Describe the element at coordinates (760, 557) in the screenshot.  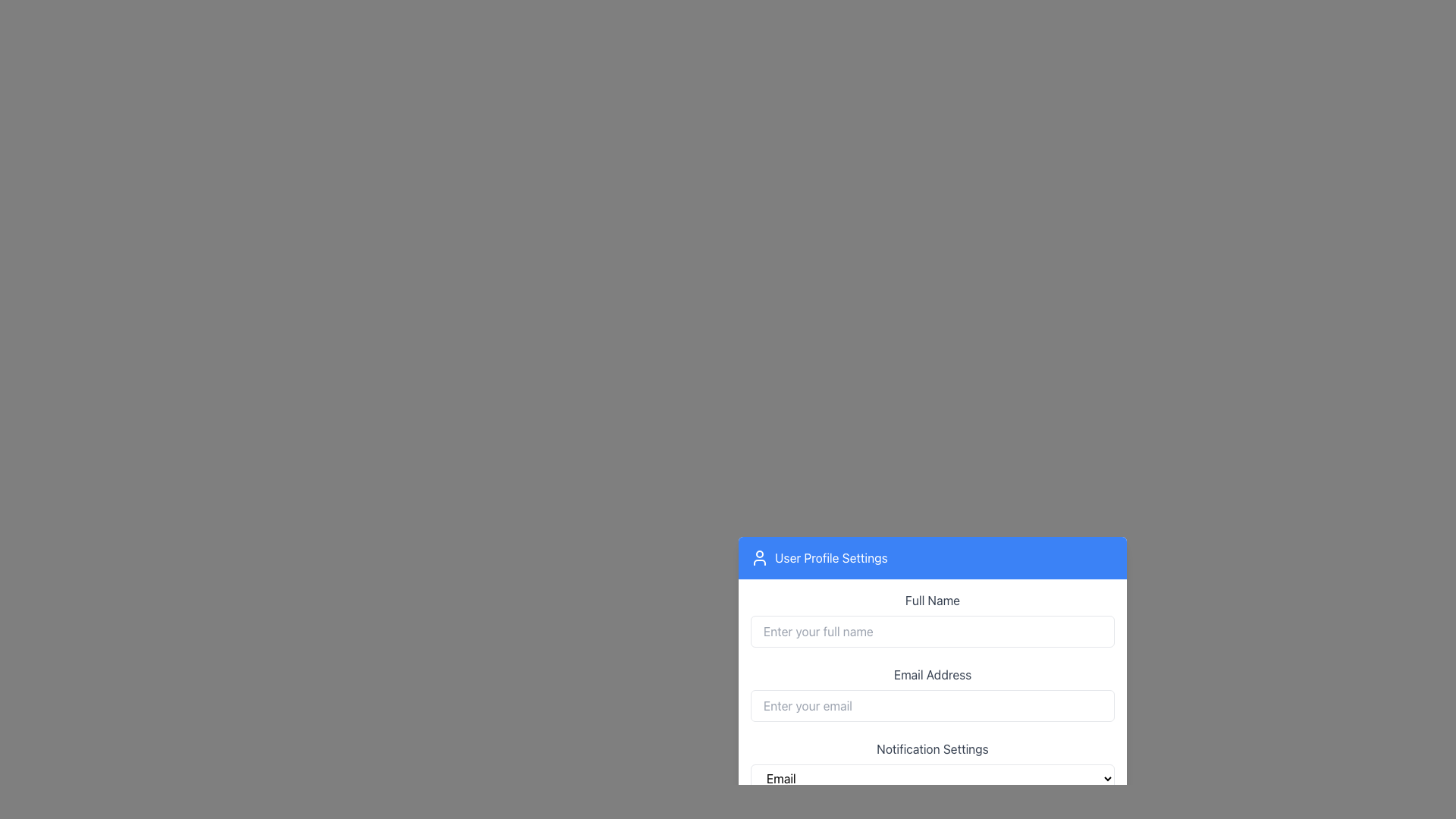
I see `the User Profile icon located in the 'User Profile Settings' section at the far left, next to the text` at that location.